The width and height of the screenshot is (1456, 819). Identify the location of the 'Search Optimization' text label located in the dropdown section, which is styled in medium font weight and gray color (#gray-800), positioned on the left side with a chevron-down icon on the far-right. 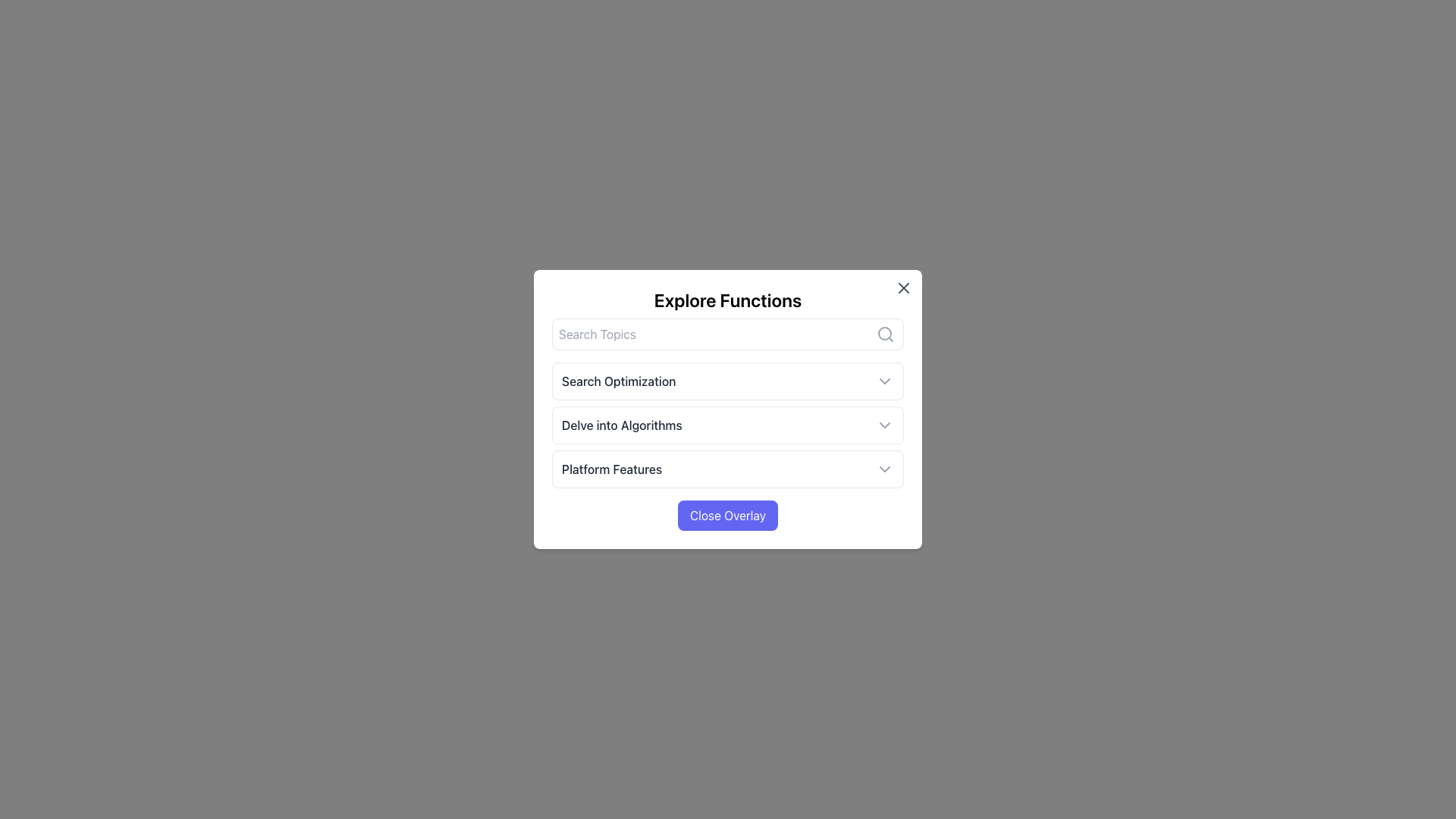
(619, 380).